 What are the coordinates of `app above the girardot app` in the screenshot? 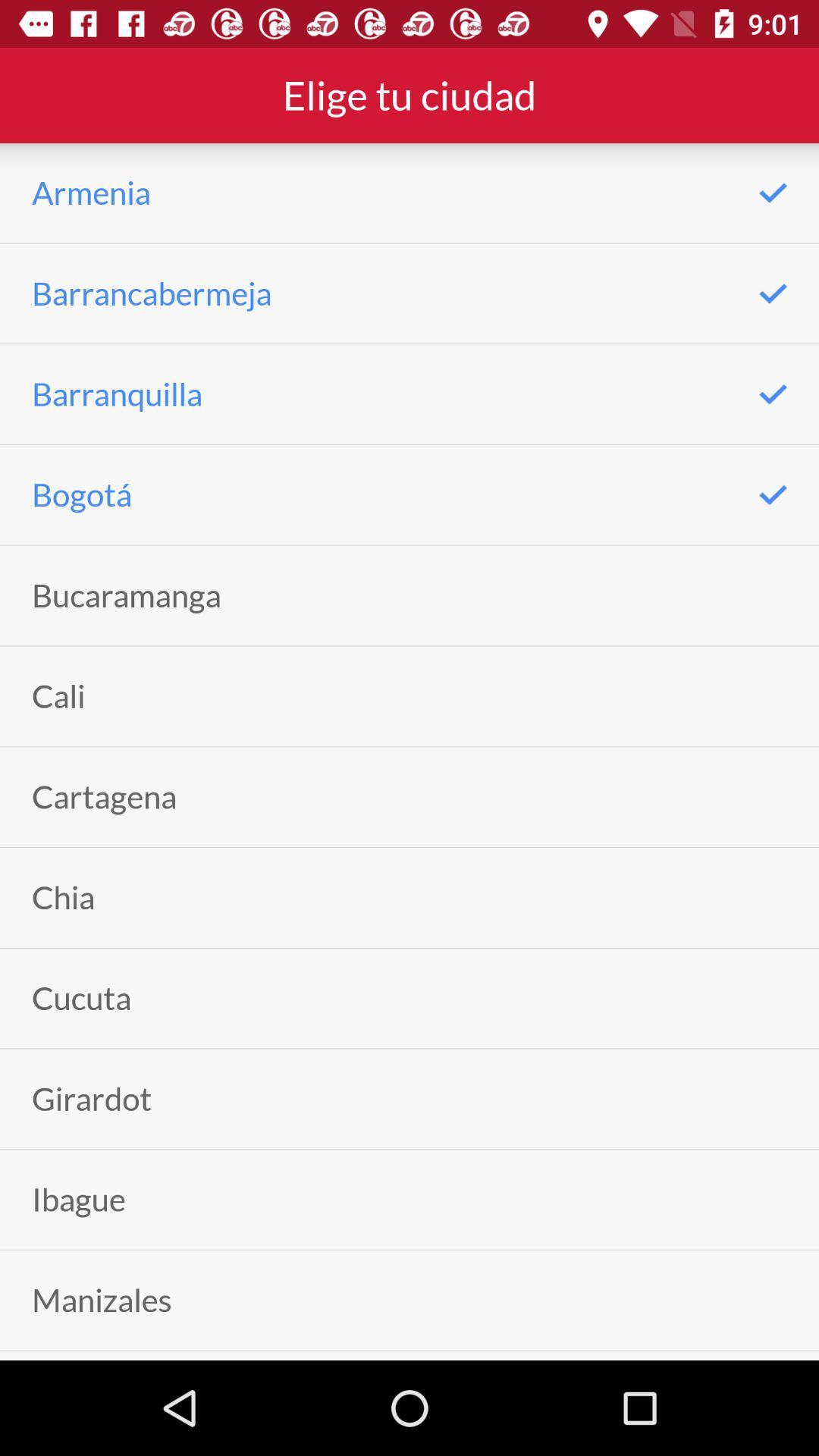 It's located at (81, 998).